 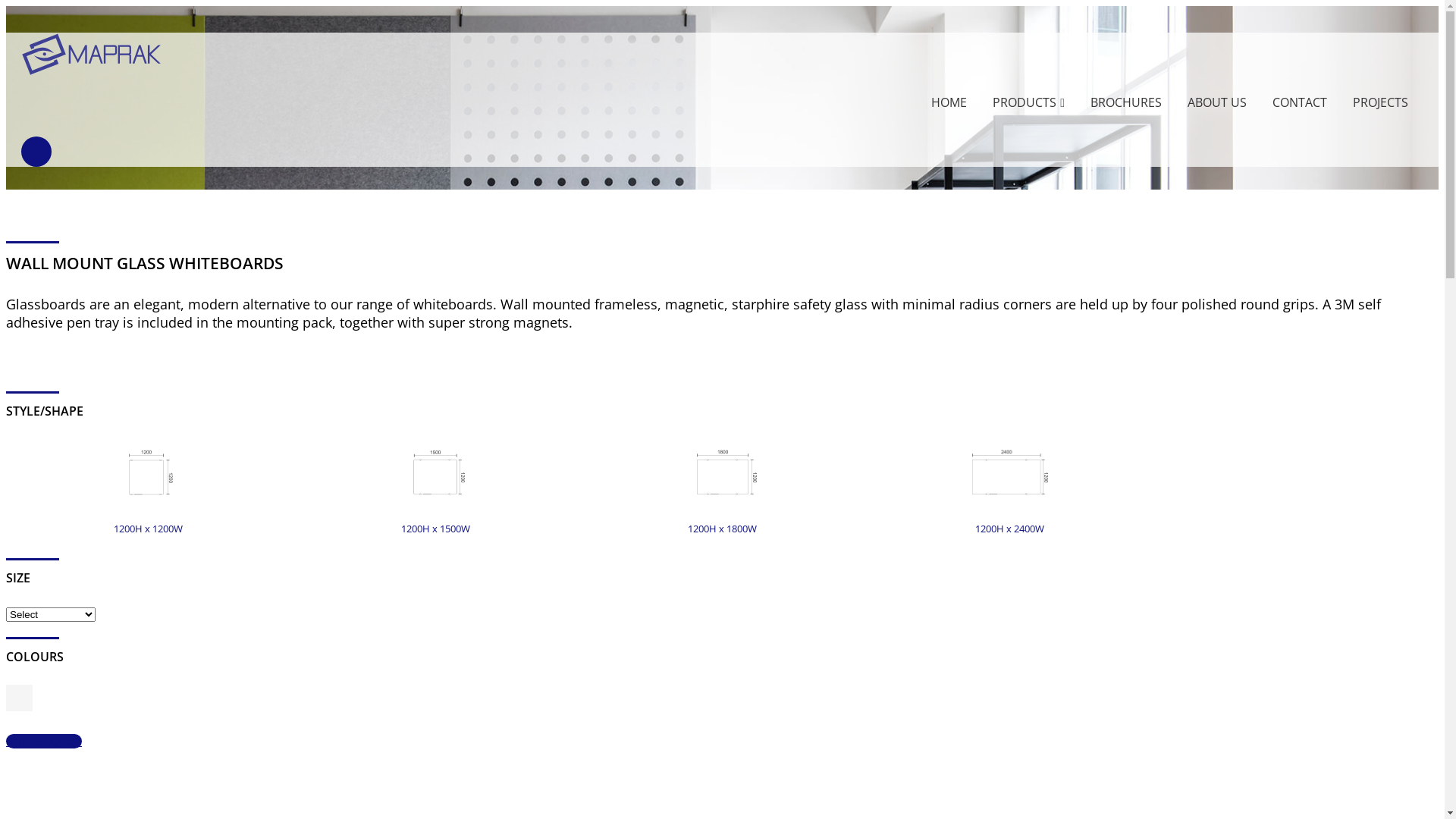 I want to click on 'HOME', so click(x=948, y=102).